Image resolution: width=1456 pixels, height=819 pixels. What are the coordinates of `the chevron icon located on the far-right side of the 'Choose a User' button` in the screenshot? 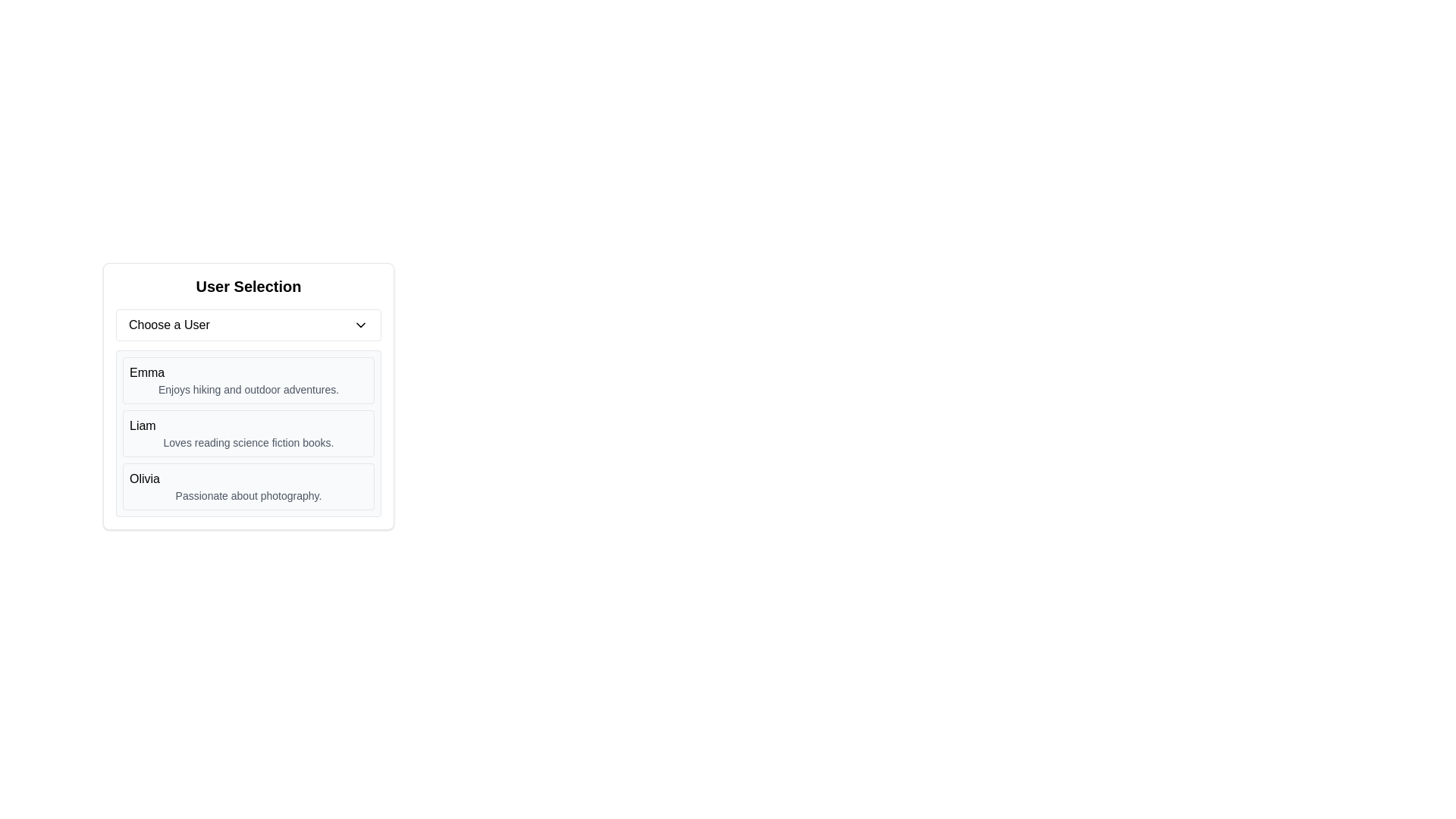 It's located at (359, 324).